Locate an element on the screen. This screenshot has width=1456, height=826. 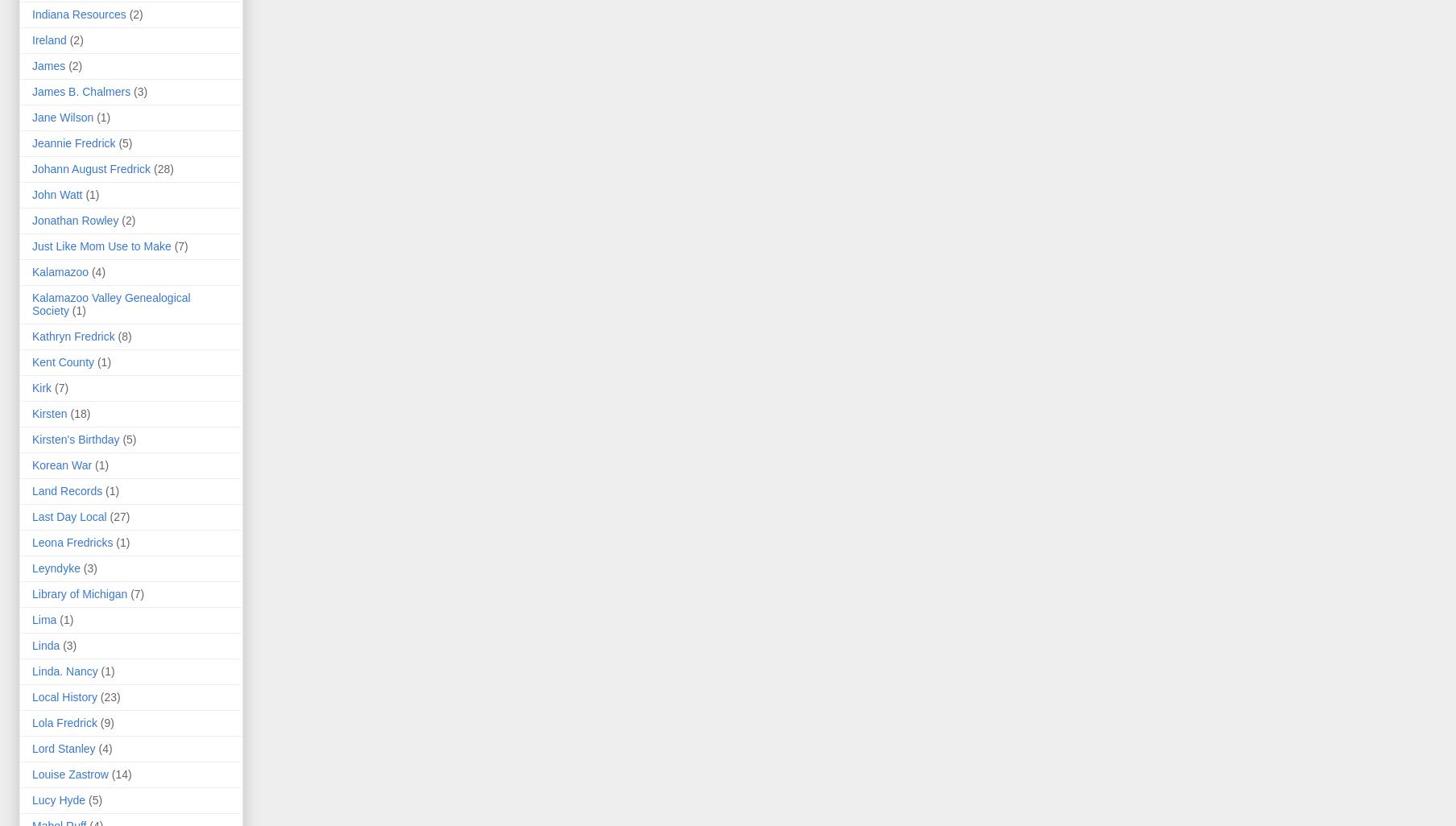
'(28)' is located at coordinates (163, 169).